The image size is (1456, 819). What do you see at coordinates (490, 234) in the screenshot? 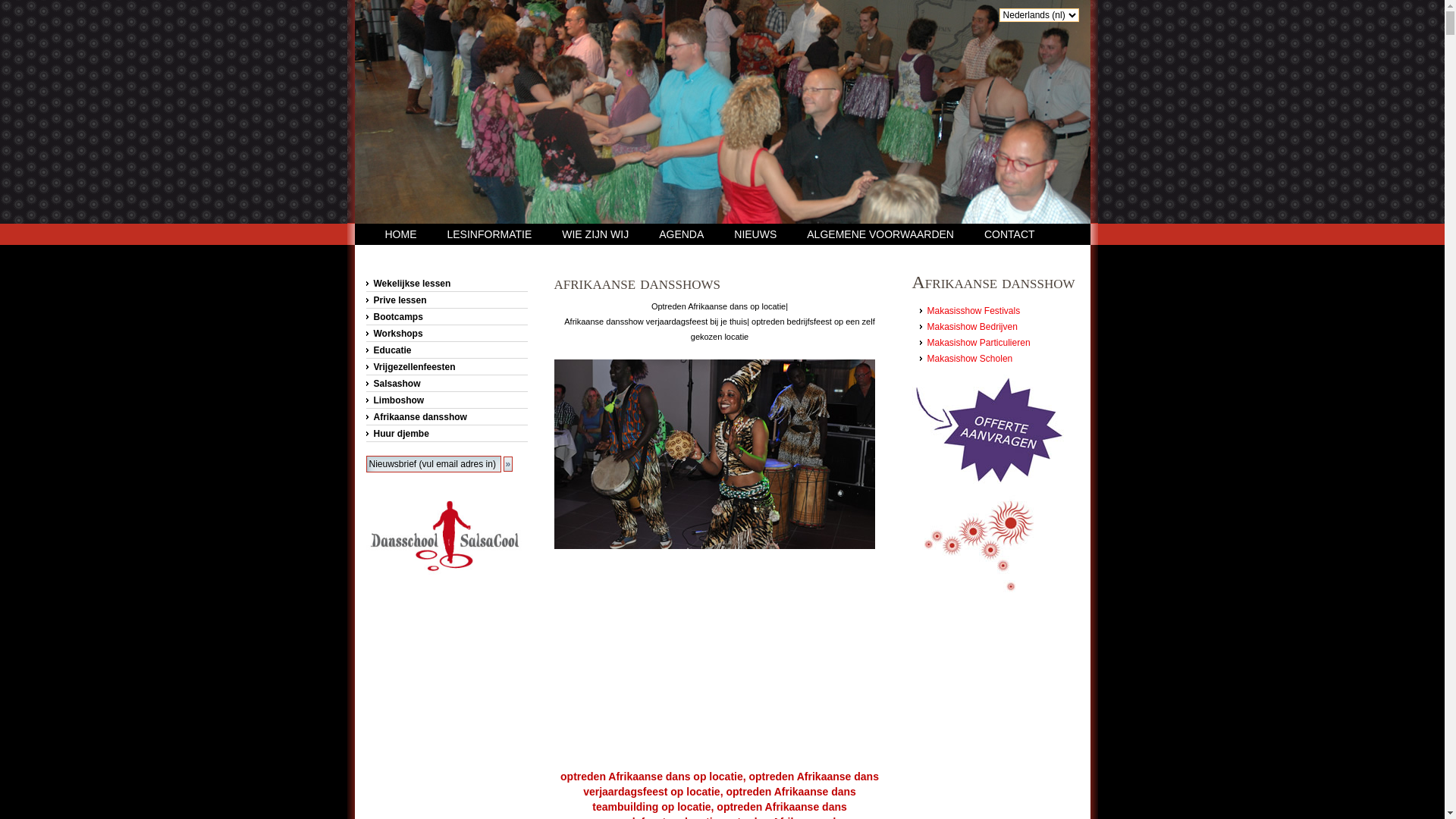
I see `'LESINFORMATIE'` at bounding box center [490, 234].